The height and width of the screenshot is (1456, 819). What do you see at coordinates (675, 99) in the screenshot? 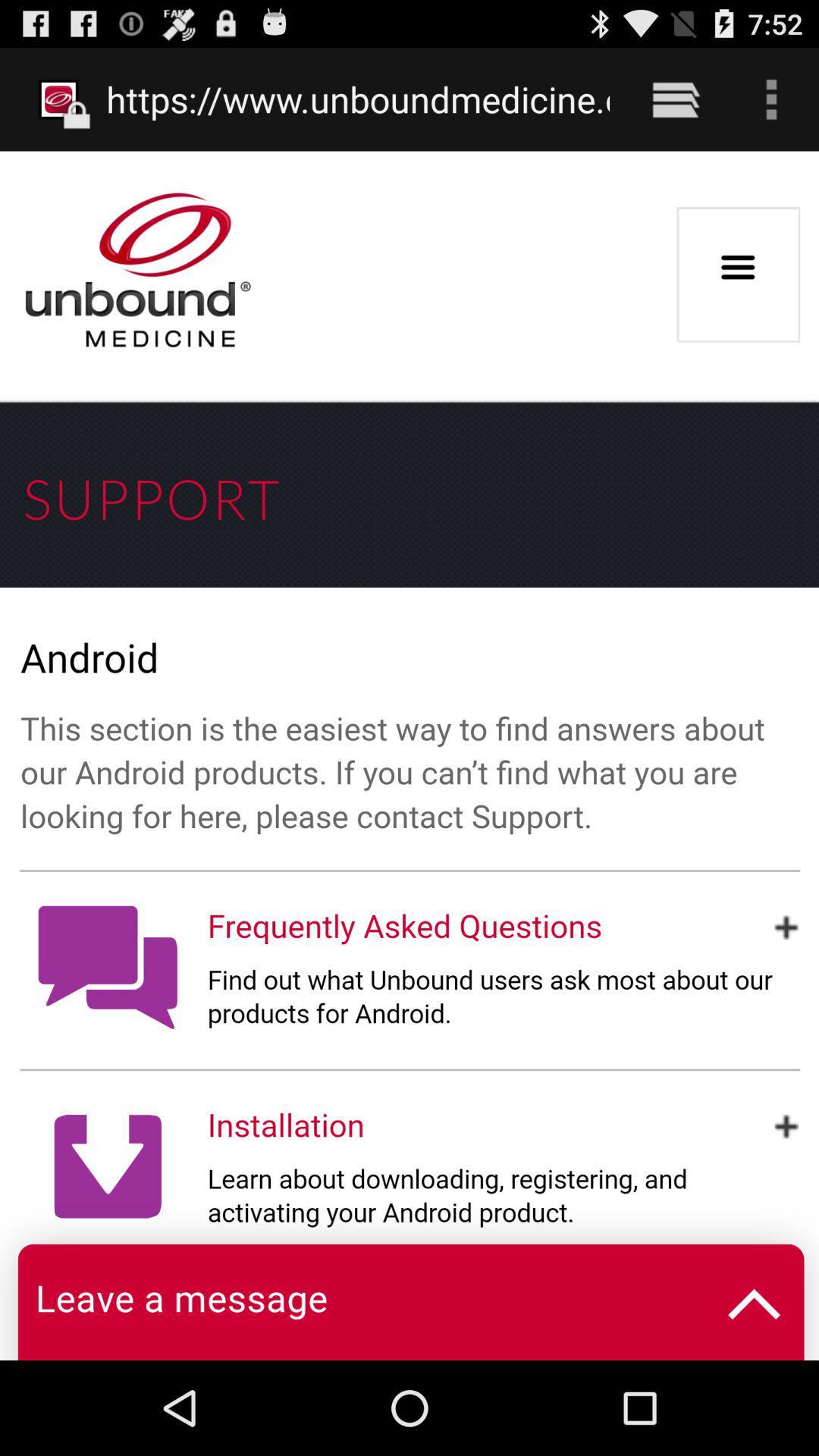
I see `the item to the right of https www unboundmedicine item` at bounding box center [675, 99].